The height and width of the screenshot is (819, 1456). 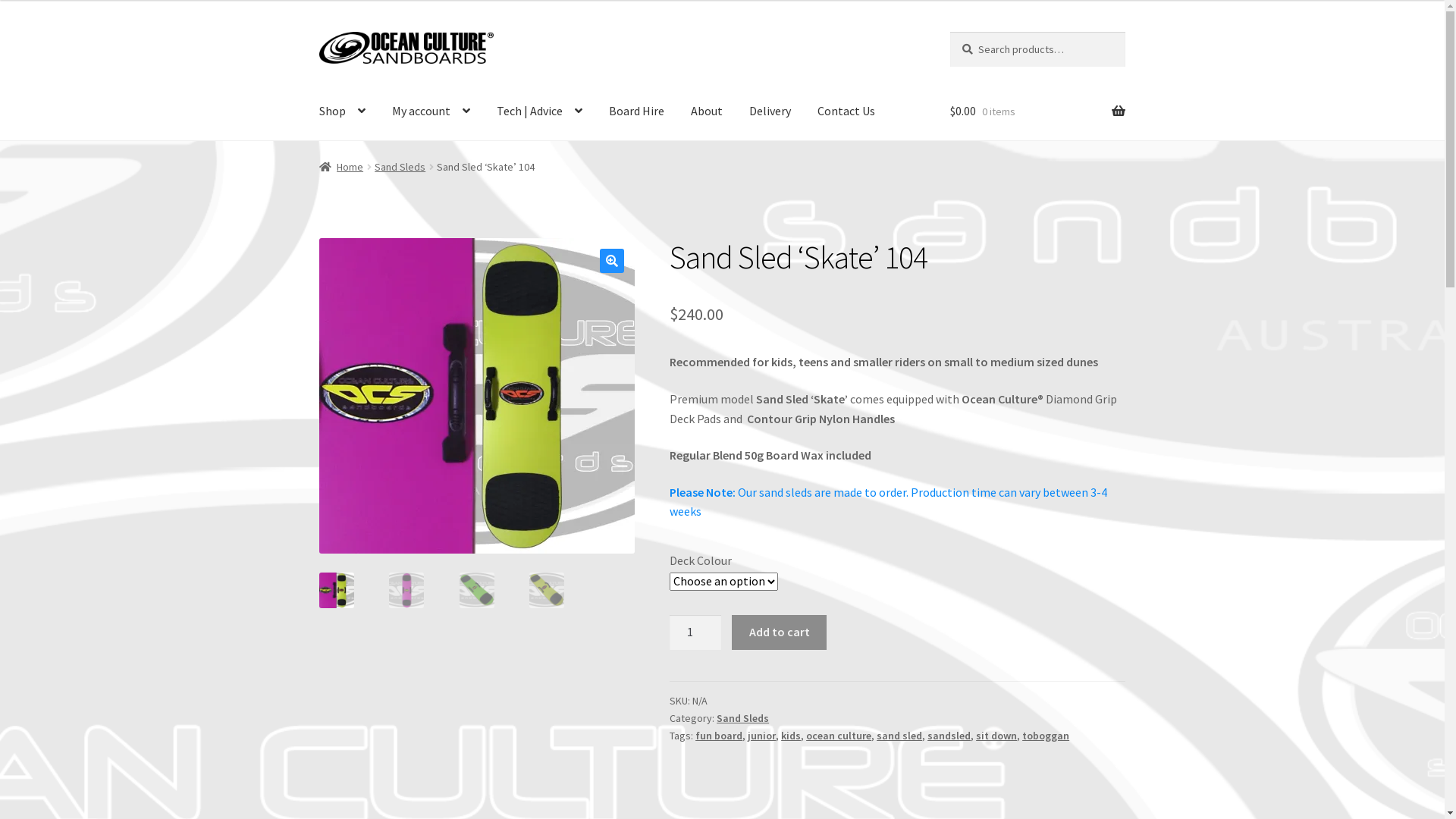 I want to click on 'Contact Us', so click(x=804, y=110).